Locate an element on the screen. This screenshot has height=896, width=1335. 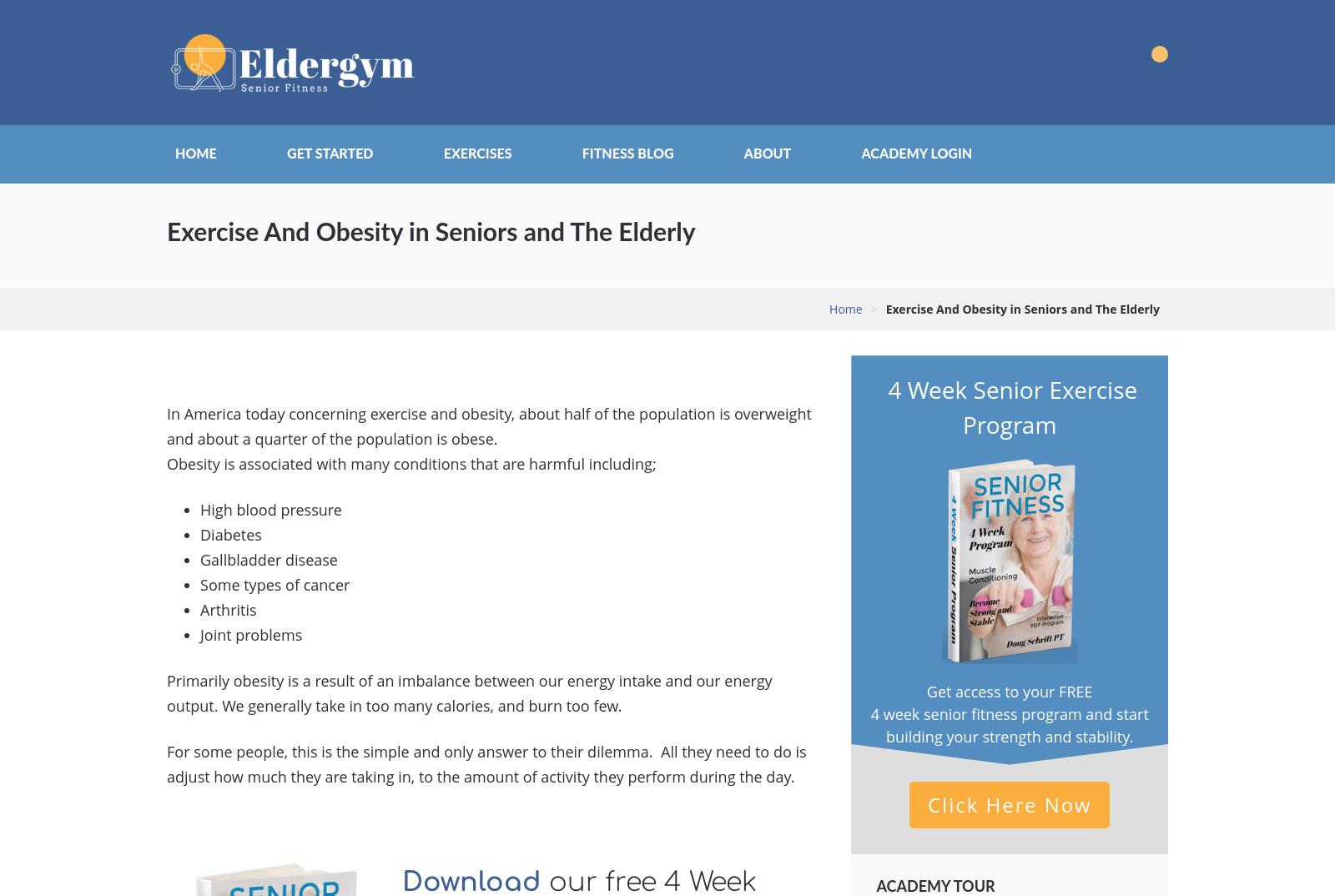
'About' is located at coordinates (743, 154).